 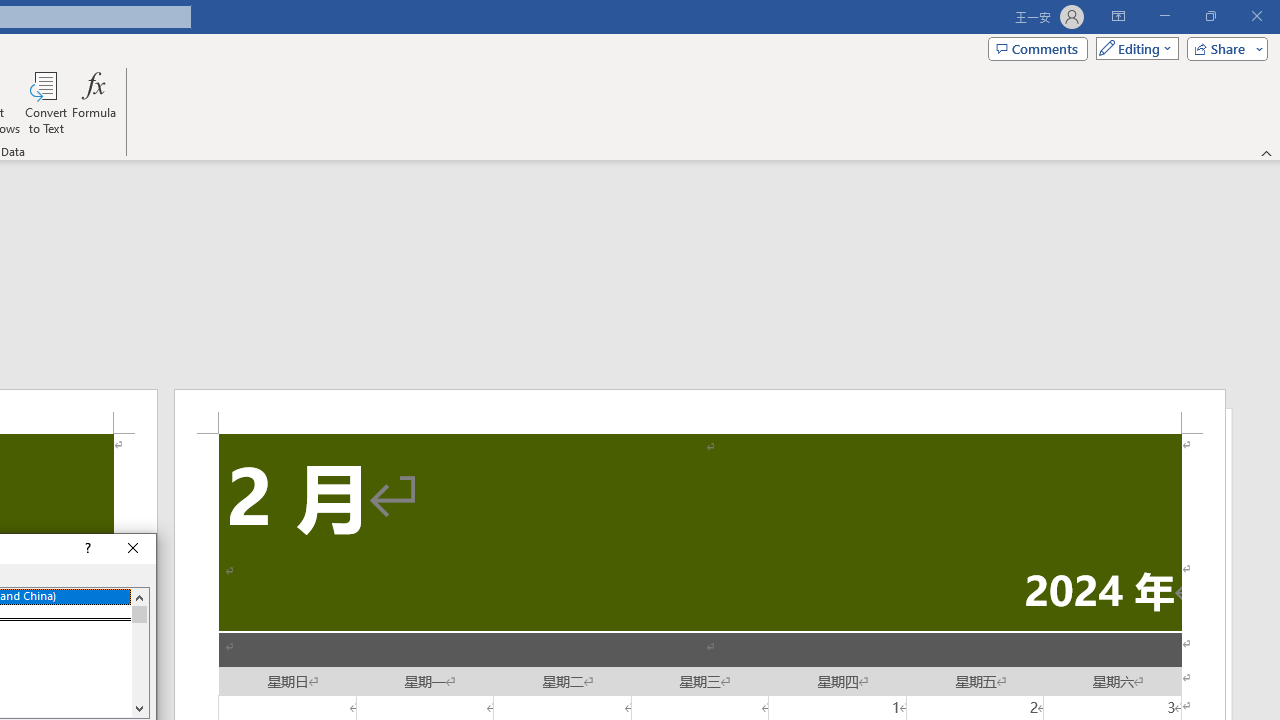 I want to click on 'Header -Section 2-', so click(x=700, y=410).